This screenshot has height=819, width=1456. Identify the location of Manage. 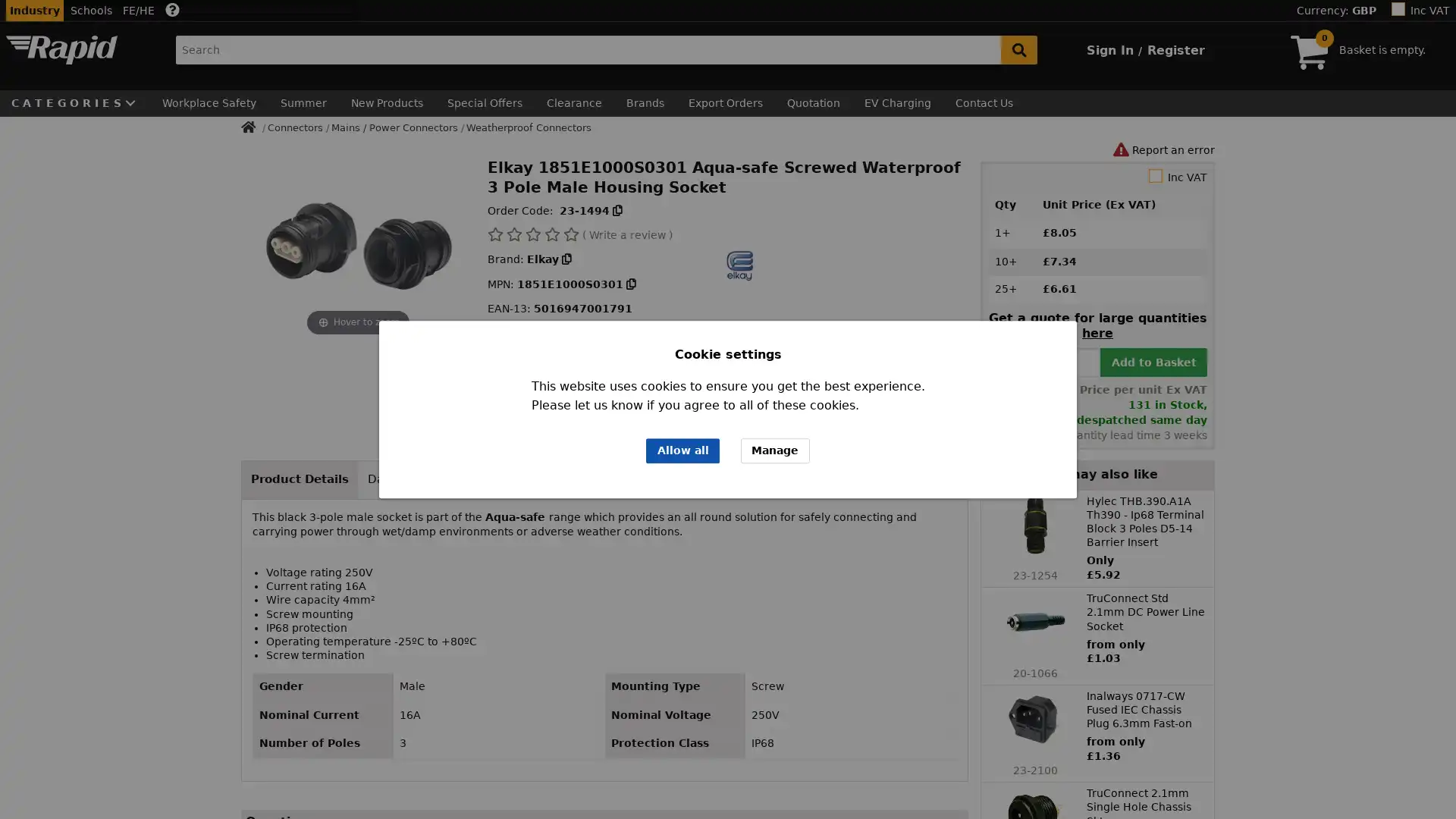
(775, 450).